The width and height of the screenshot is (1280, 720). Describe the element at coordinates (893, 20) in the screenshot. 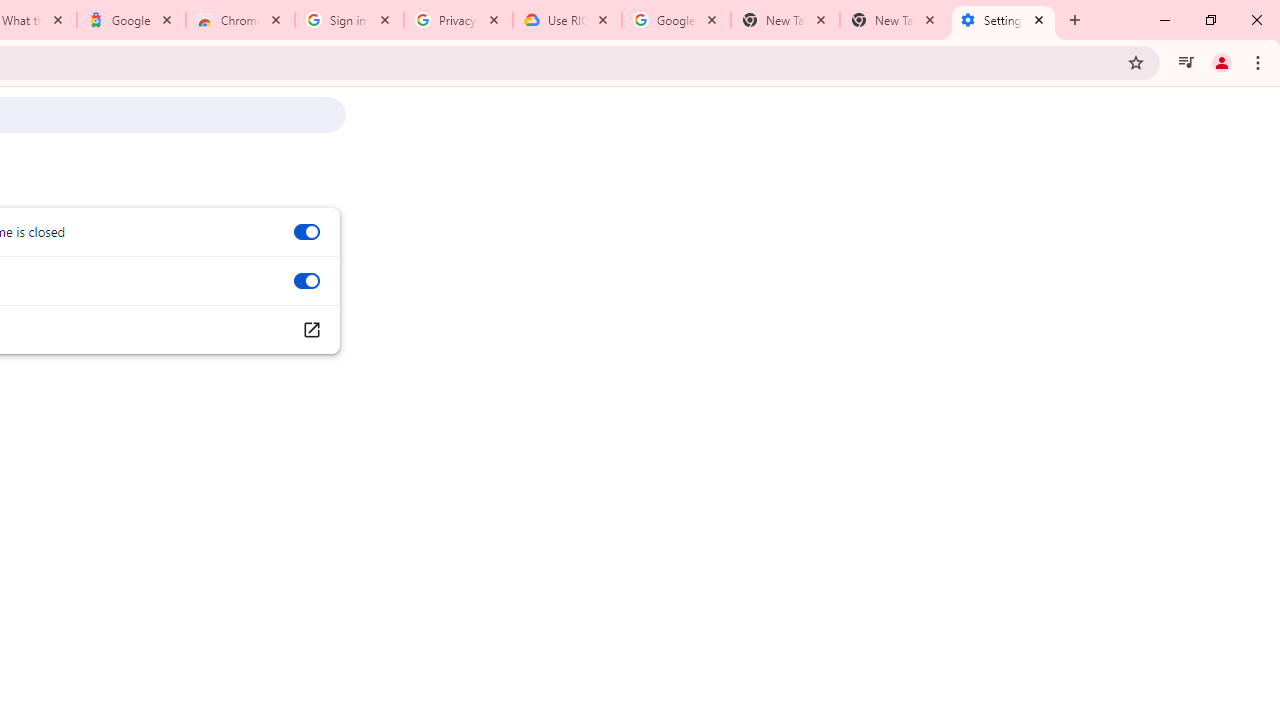

I see `'New Tab'` at that location.